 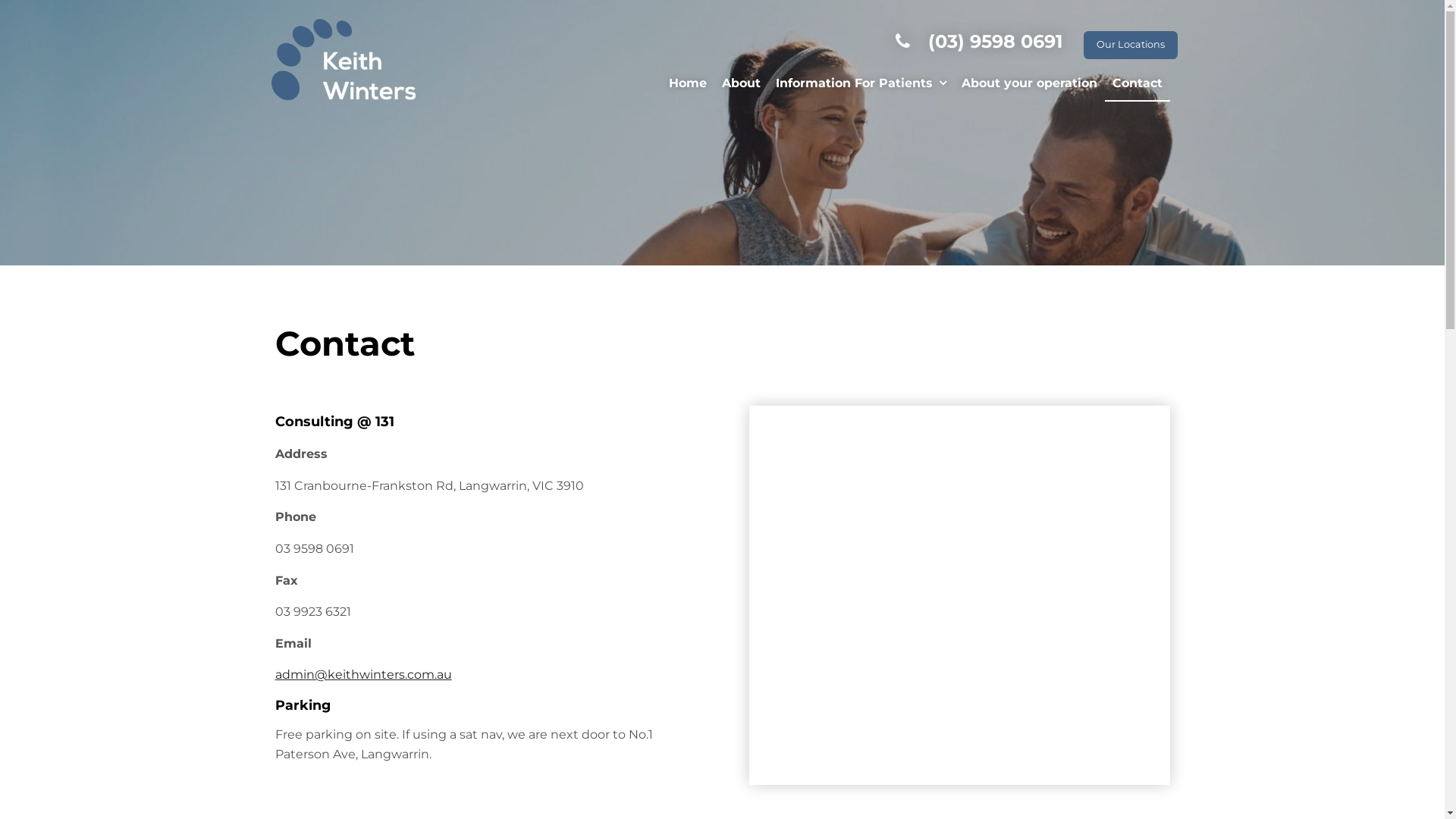 I want to click on 'Information For Patients', so click(x=860, y=84).